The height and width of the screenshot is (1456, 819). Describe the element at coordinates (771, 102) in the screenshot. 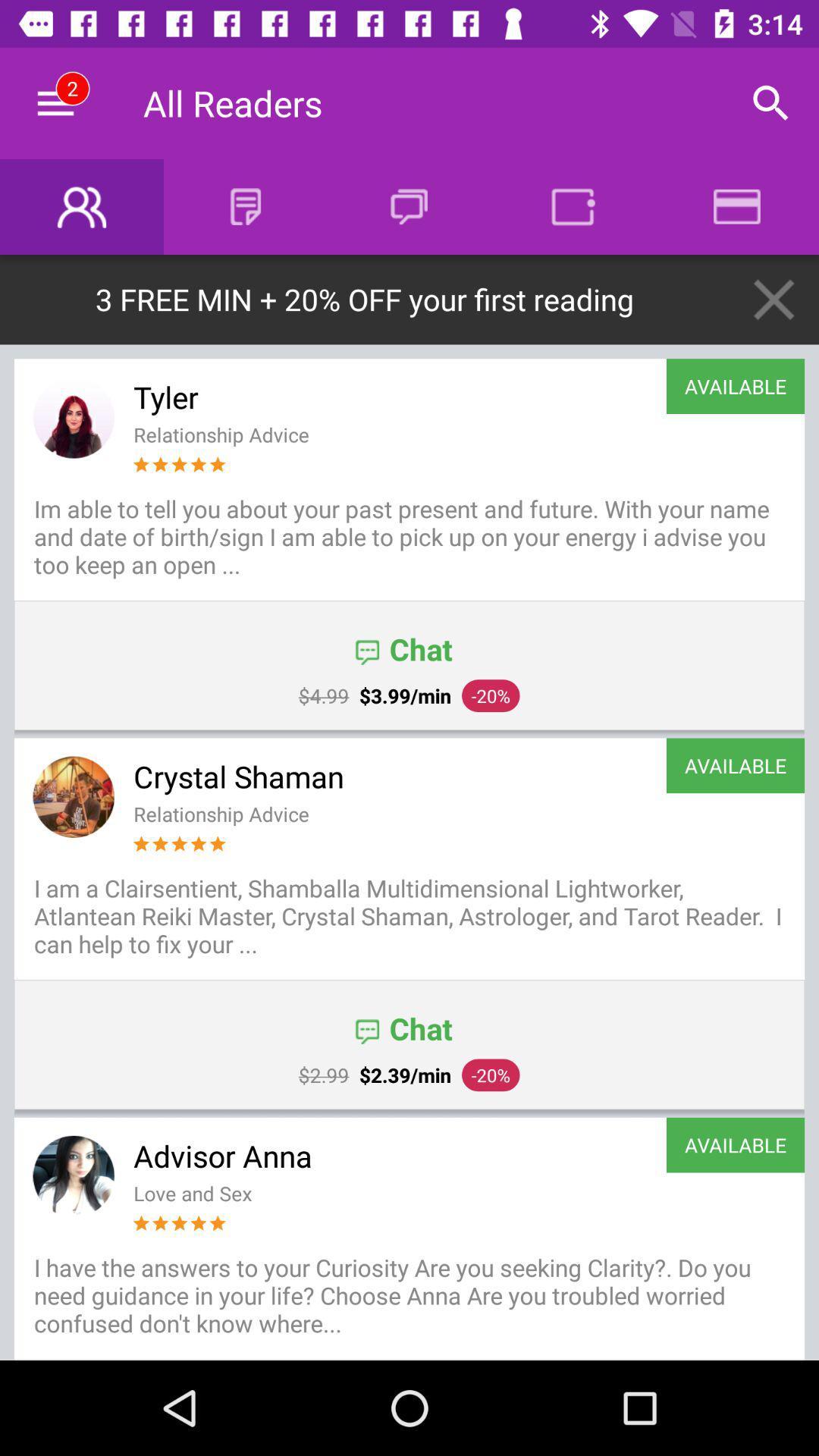

I see `icon to the right of the all readers icon` at that location.